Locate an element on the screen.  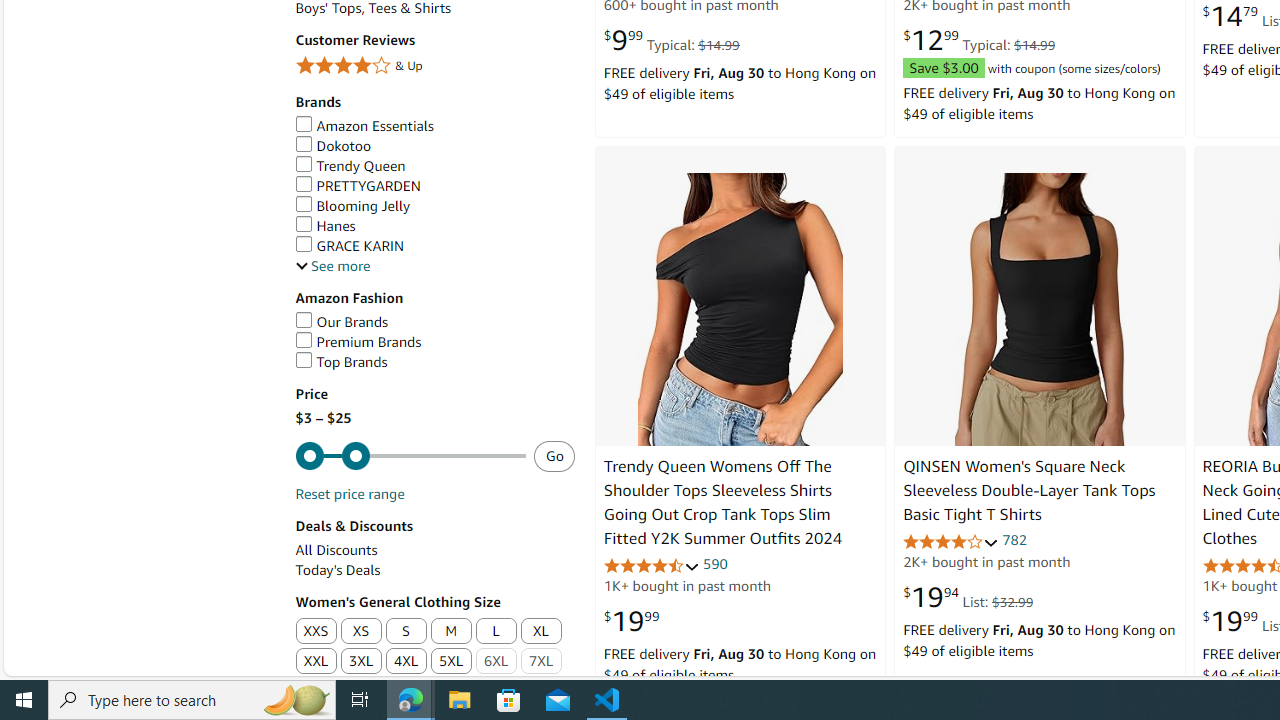
'590' is located at coordinates (715, 563).